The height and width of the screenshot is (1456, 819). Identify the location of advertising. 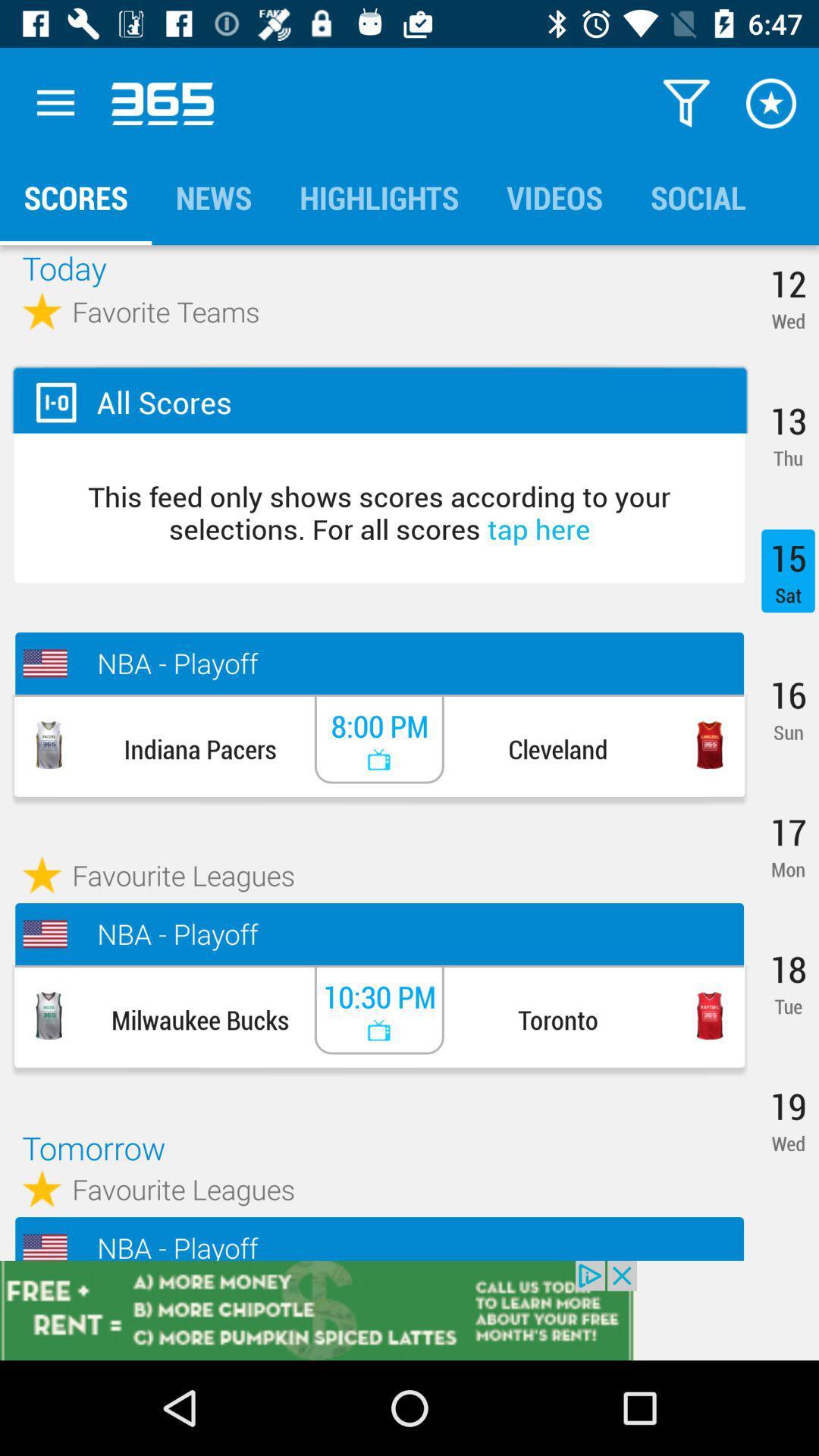
(409, 1310).